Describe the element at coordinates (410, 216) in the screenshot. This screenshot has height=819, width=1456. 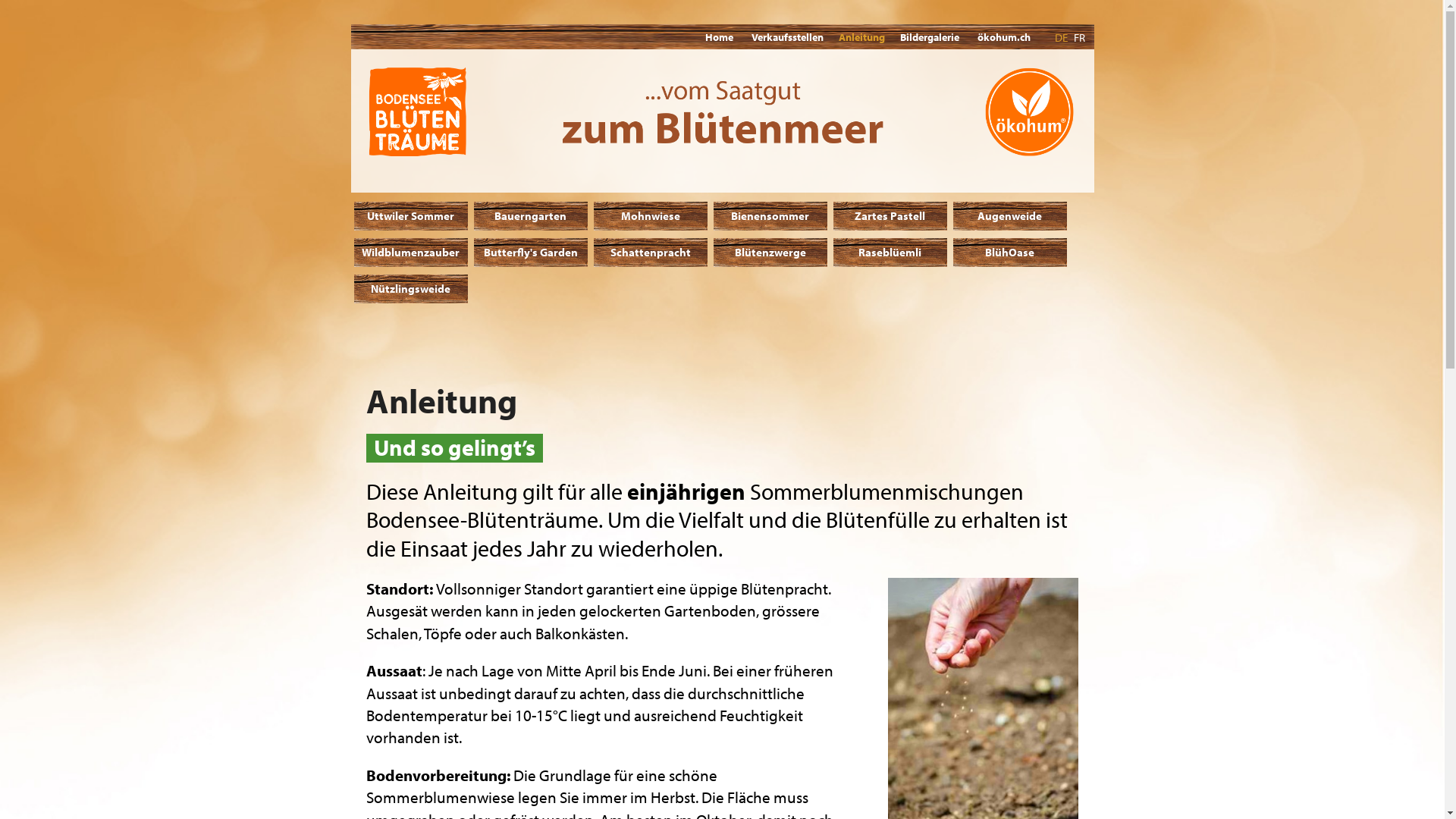
I see `'Uttwiler Sommer'` at that location.